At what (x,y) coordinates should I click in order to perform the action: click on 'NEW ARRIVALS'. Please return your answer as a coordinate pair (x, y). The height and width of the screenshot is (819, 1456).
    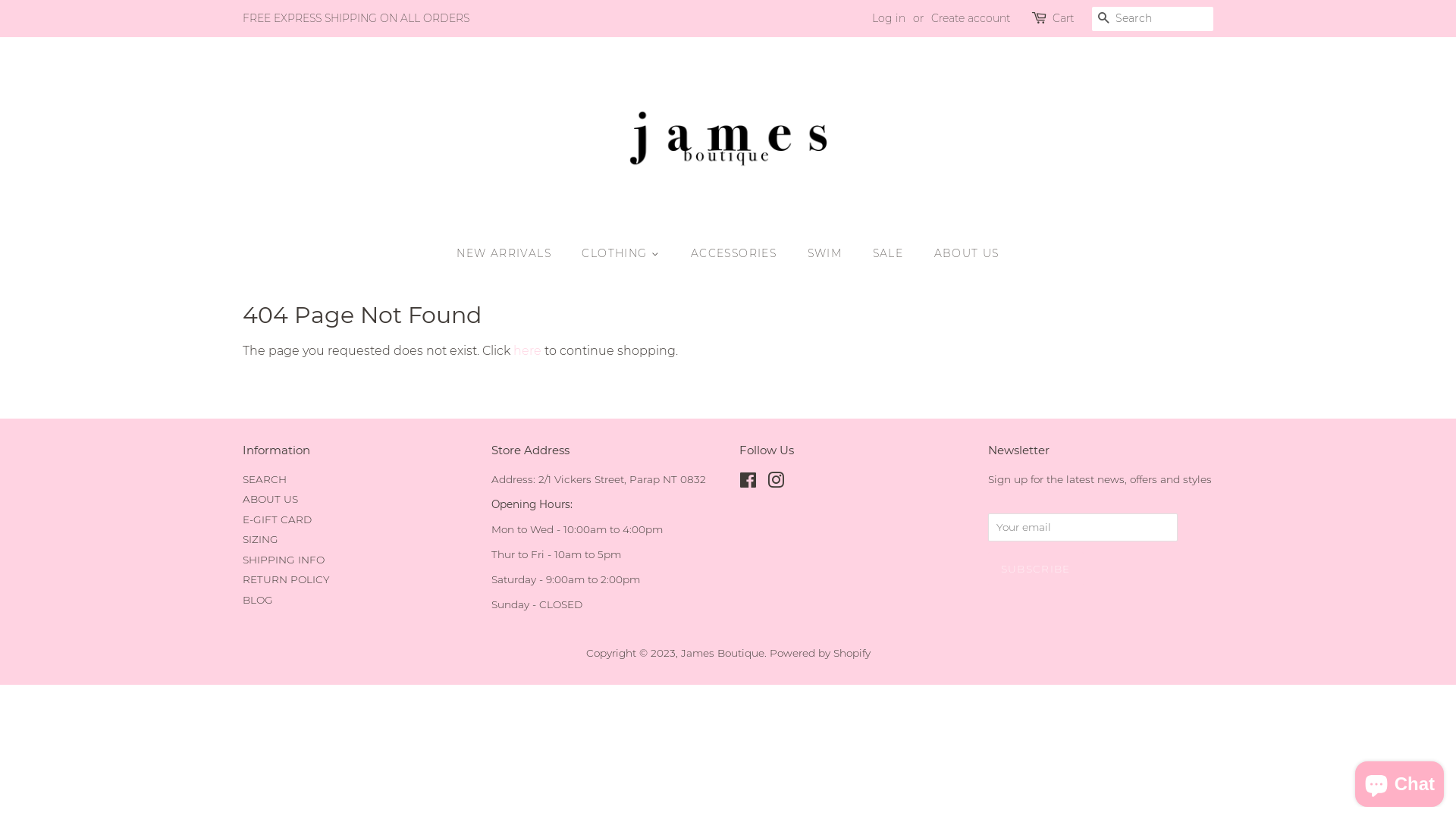
    Looking at the image, I should click on (511, 253).